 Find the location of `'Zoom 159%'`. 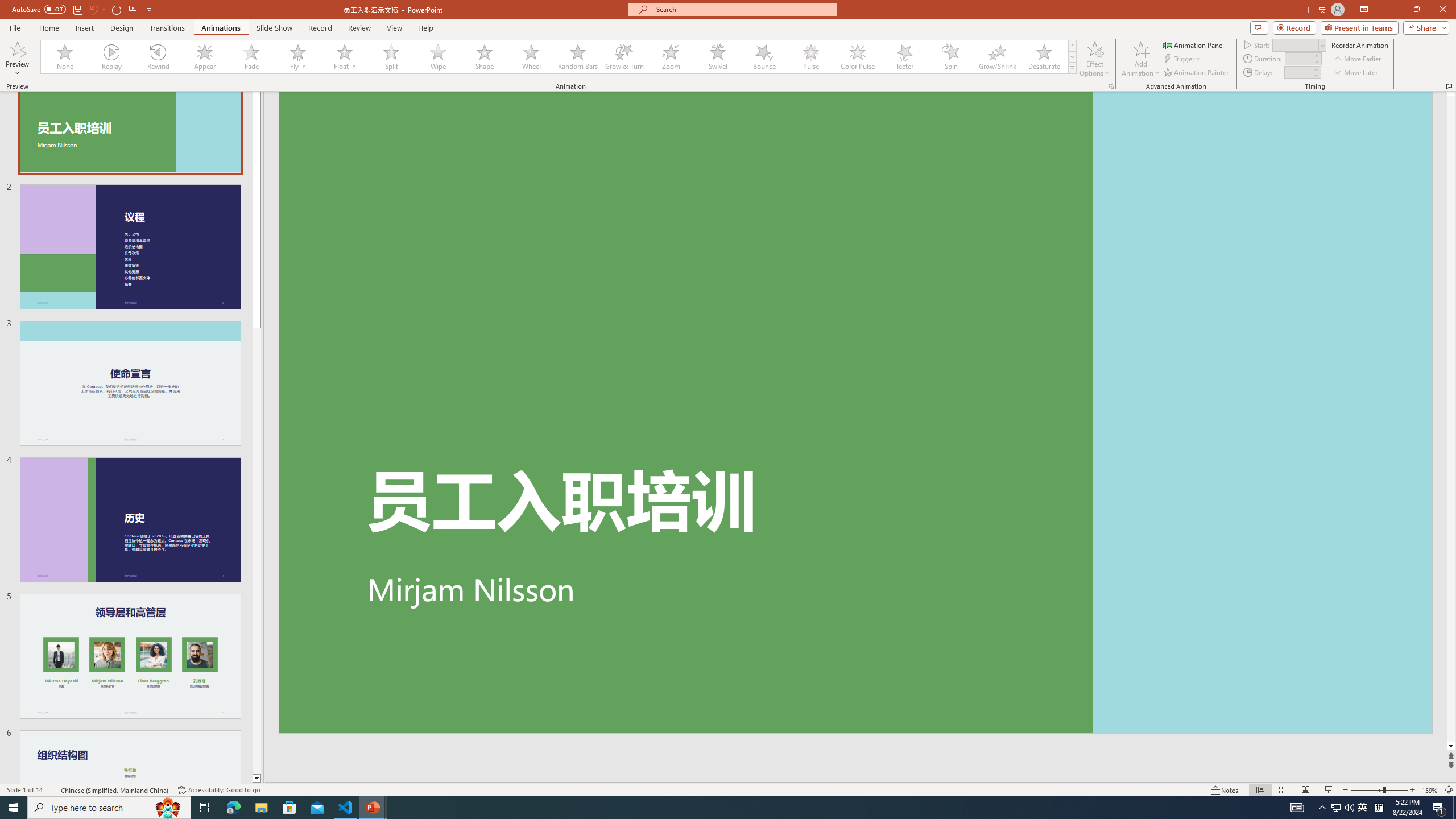

'Zoom 159%' is located at coordinates (1430, 790).